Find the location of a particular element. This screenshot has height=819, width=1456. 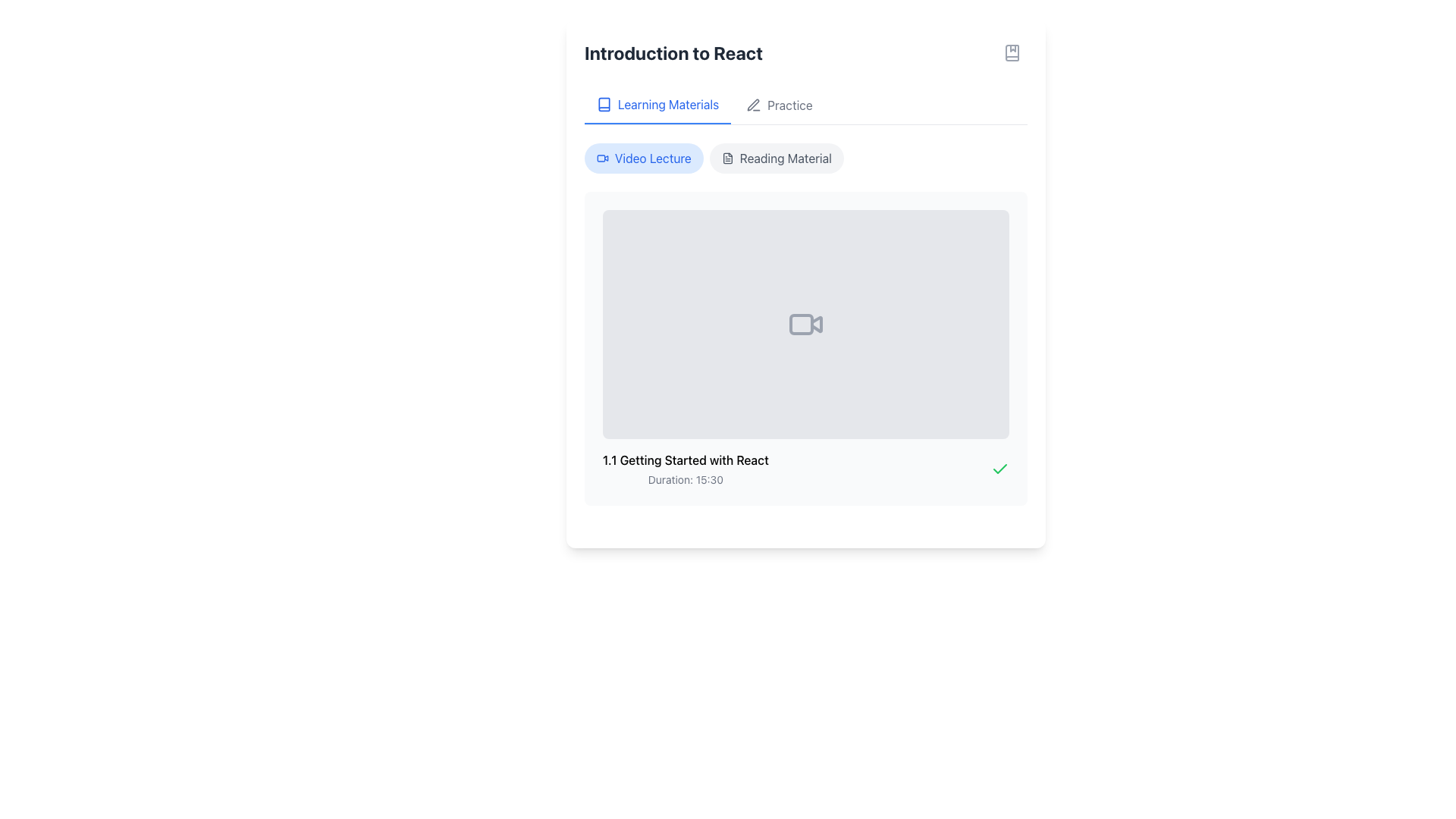

the text label 'Video Lecture' within the button component is located at coordinates (653, 158).